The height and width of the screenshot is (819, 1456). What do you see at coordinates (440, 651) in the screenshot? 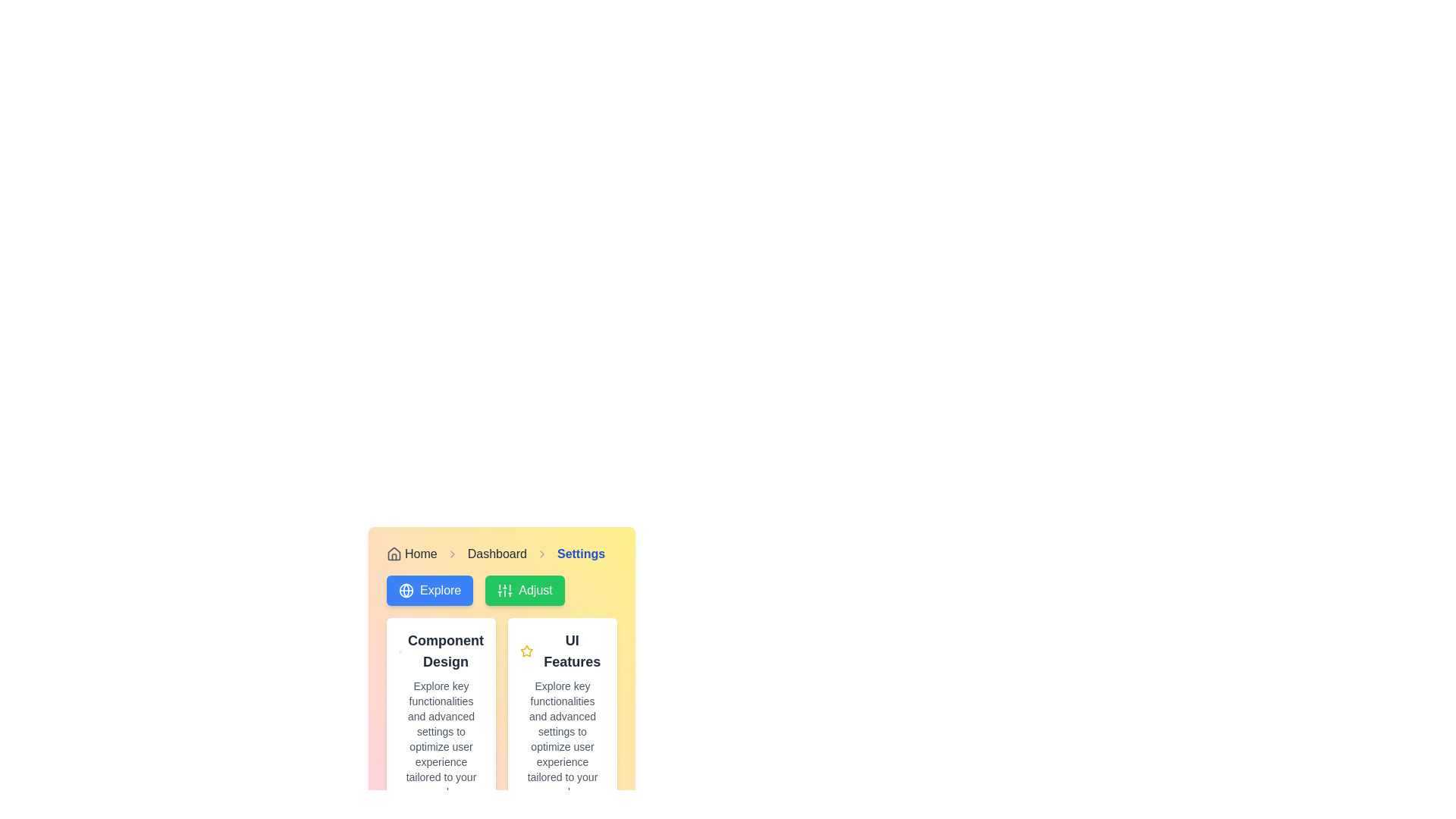
I see `the title text label of the first card, which is positioned at the top of the card above a descriptive paragraph` at bounding box center [440, 651].